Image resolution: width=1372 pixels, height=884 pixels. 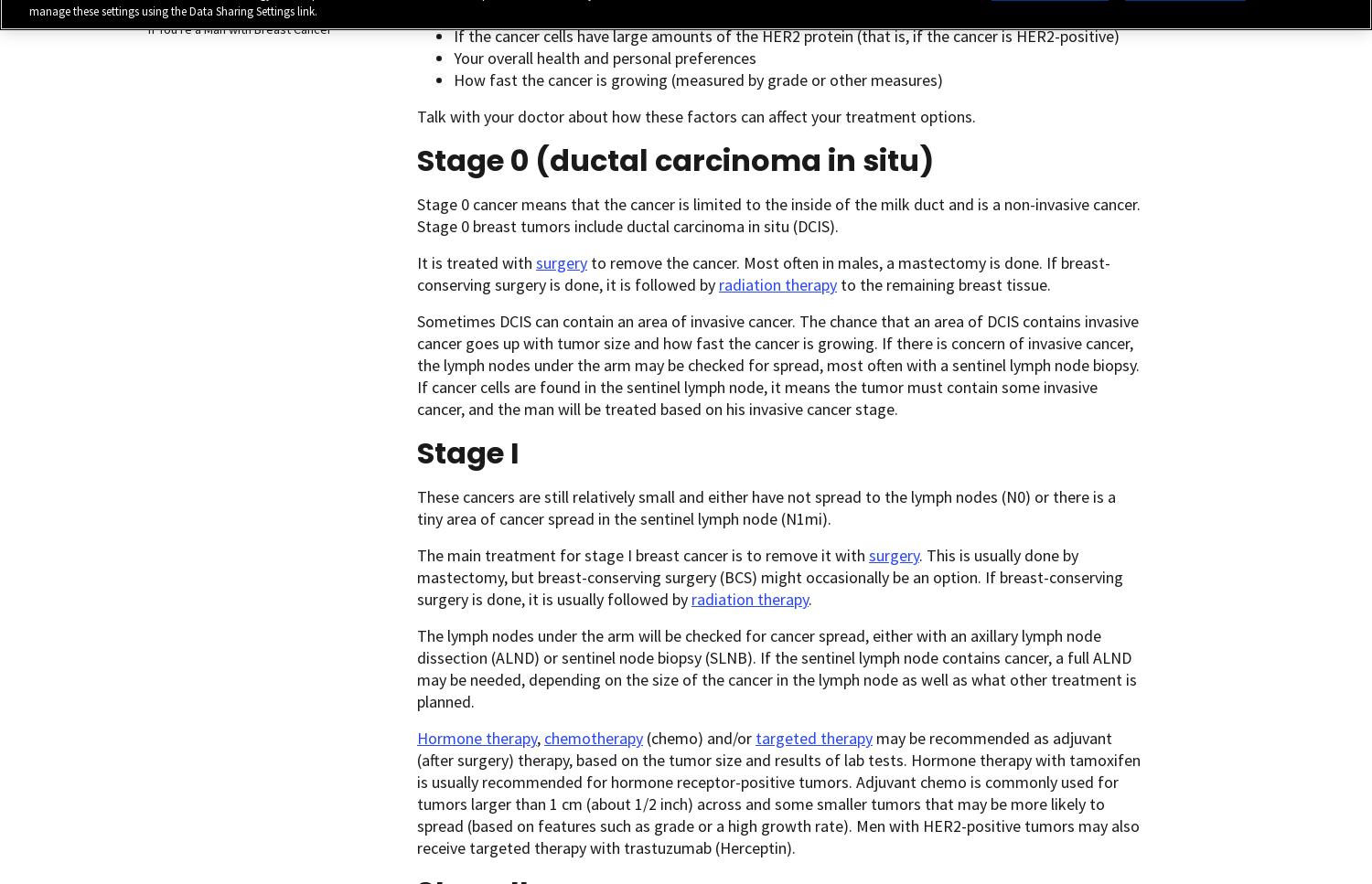 What do you see at coordinates (540, 737) in the screenshot?
I see `','` at bounding box center [540, 737].